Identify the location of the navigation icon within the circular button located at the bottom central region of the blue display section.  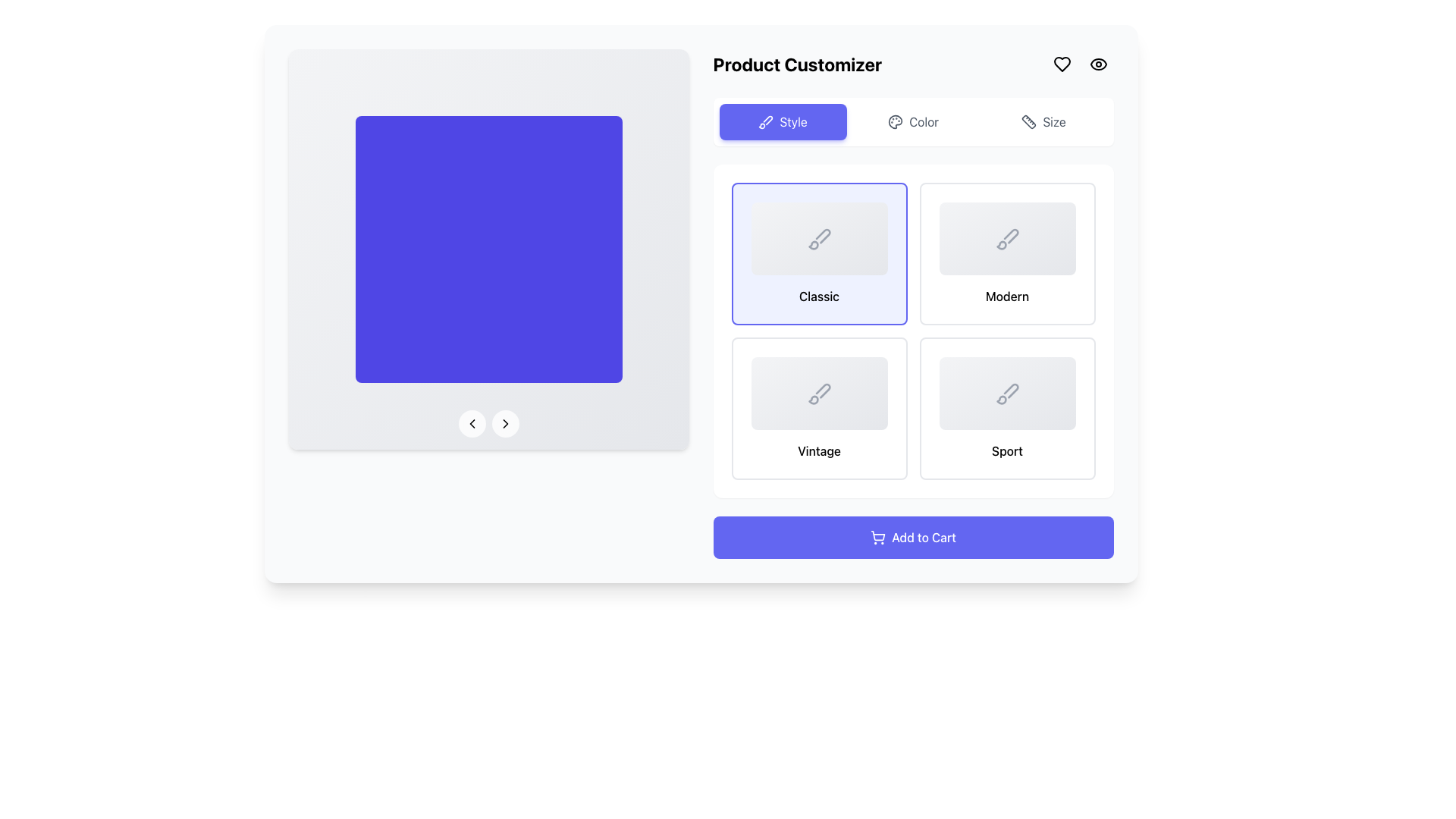
(505, 424).